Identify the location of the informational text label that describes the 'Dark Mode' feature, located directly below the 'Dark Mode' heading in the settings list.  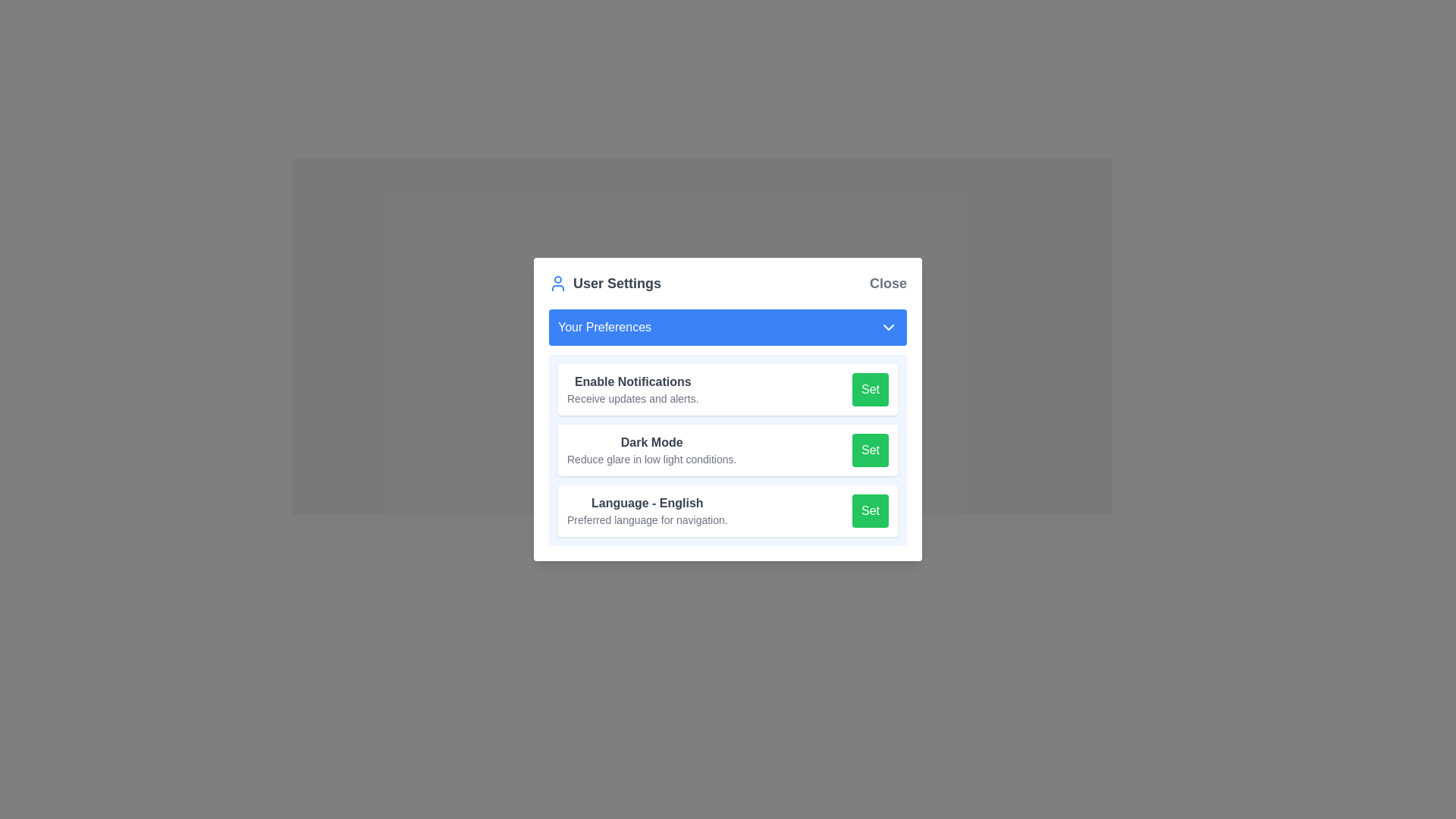
(651, 458).